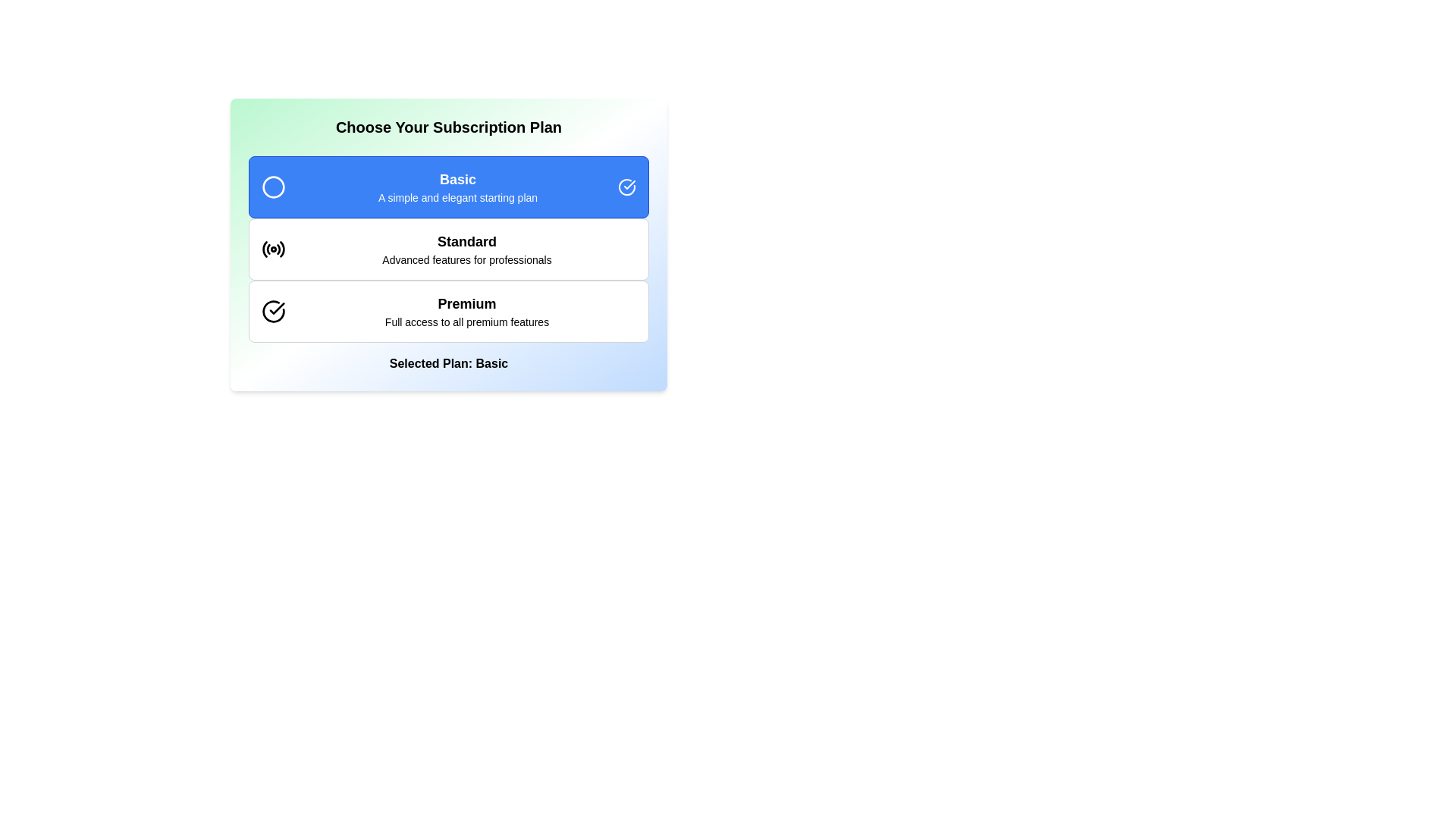 Image resolution: width=1456 pixels, height=819 pixels. What do you see at coordinates (273, 186) in the screenshot?
I see `the 'Basic' subscription plan icon located at the left side of the subscription option panel` at bounding box center [273, 186].